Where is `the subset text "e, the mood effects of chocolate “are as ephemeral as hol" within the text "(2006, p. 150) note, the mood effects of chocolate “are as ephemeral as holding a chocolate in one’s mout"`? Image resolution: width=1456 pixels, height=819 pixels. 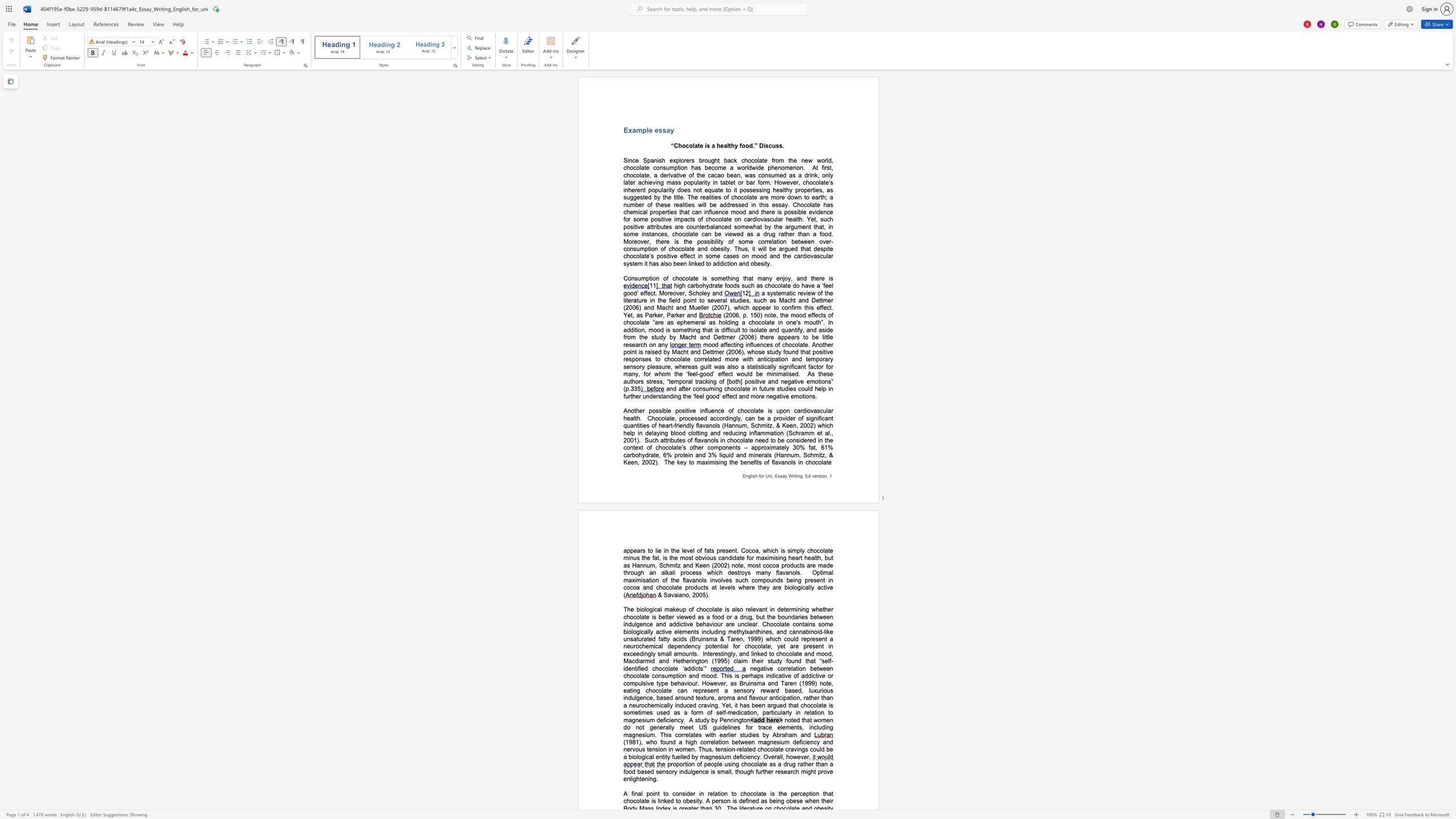
the subset text "e, the mood effects of chocolate “are as ephemeral as hol" within the text "(2006, p. 150) note, the mood effects of chocolate “are as ephemeral as holding a chocolate in one’s mout" is located at coordinates (772, 315).